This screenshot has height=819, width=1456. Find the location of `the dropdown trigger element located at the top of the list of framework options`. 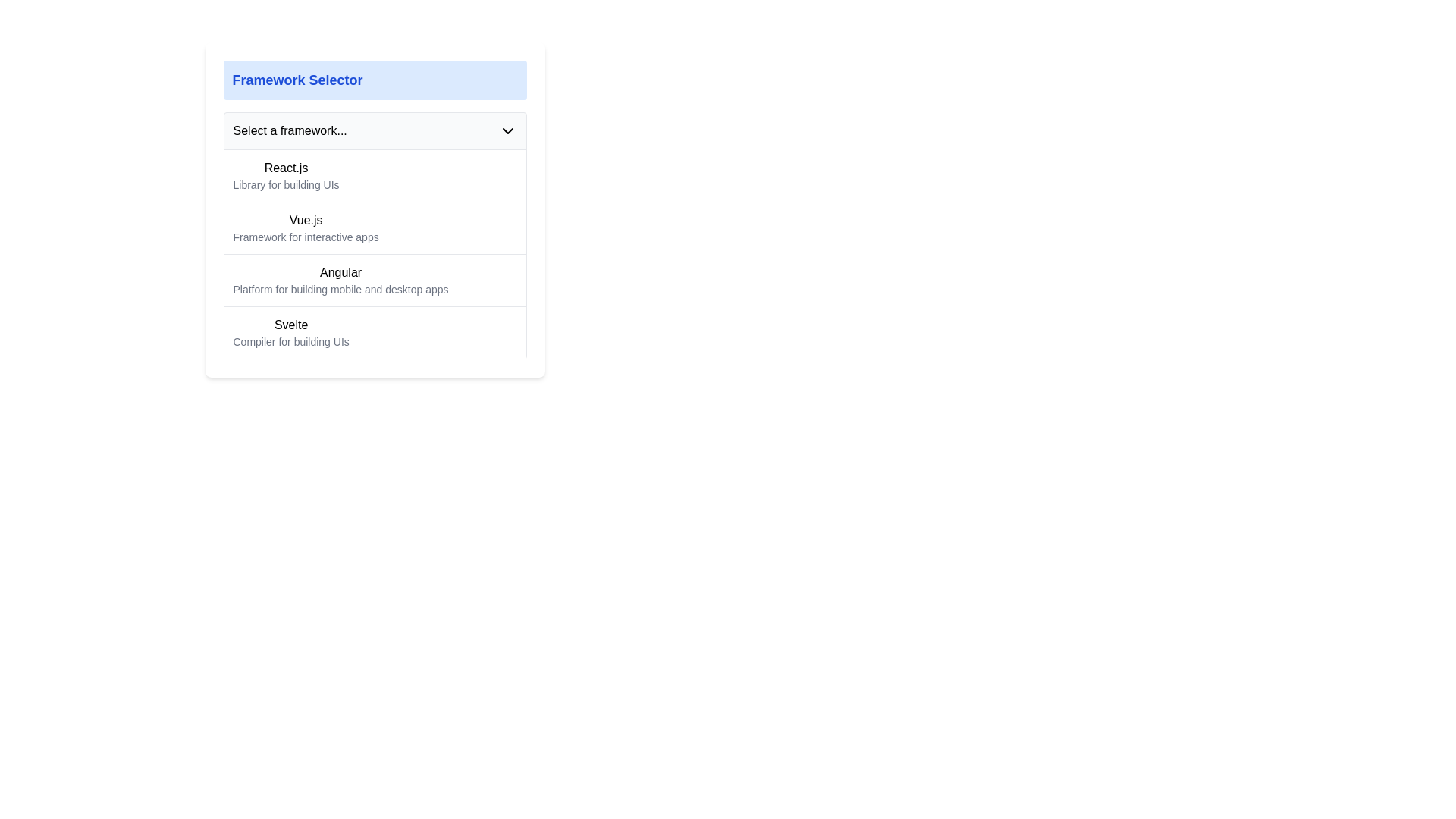

the dropdown trigger element located at the top of the list of framework options is located at coordinates (375, 130).